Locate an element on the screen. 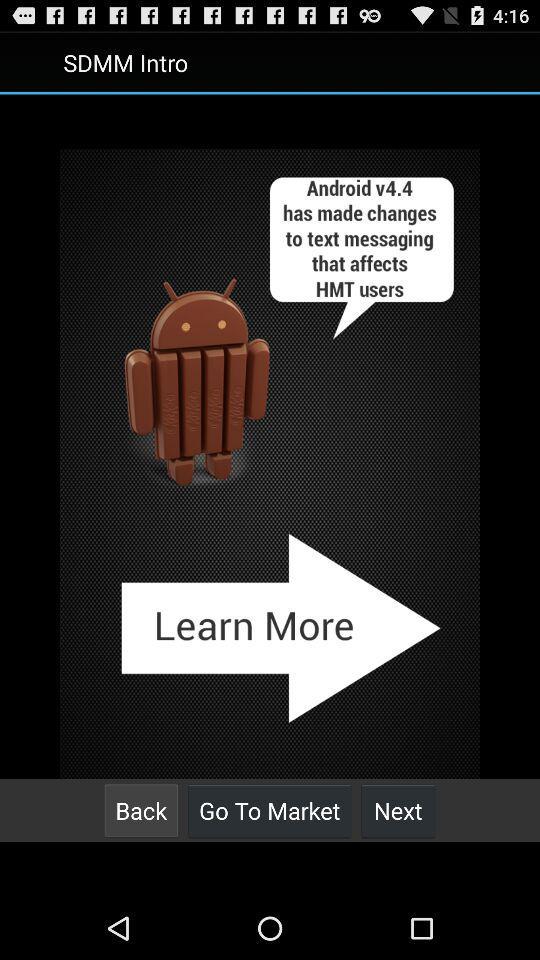 The image size is (540, 960). go to market button is located at coordinates (269, 810).